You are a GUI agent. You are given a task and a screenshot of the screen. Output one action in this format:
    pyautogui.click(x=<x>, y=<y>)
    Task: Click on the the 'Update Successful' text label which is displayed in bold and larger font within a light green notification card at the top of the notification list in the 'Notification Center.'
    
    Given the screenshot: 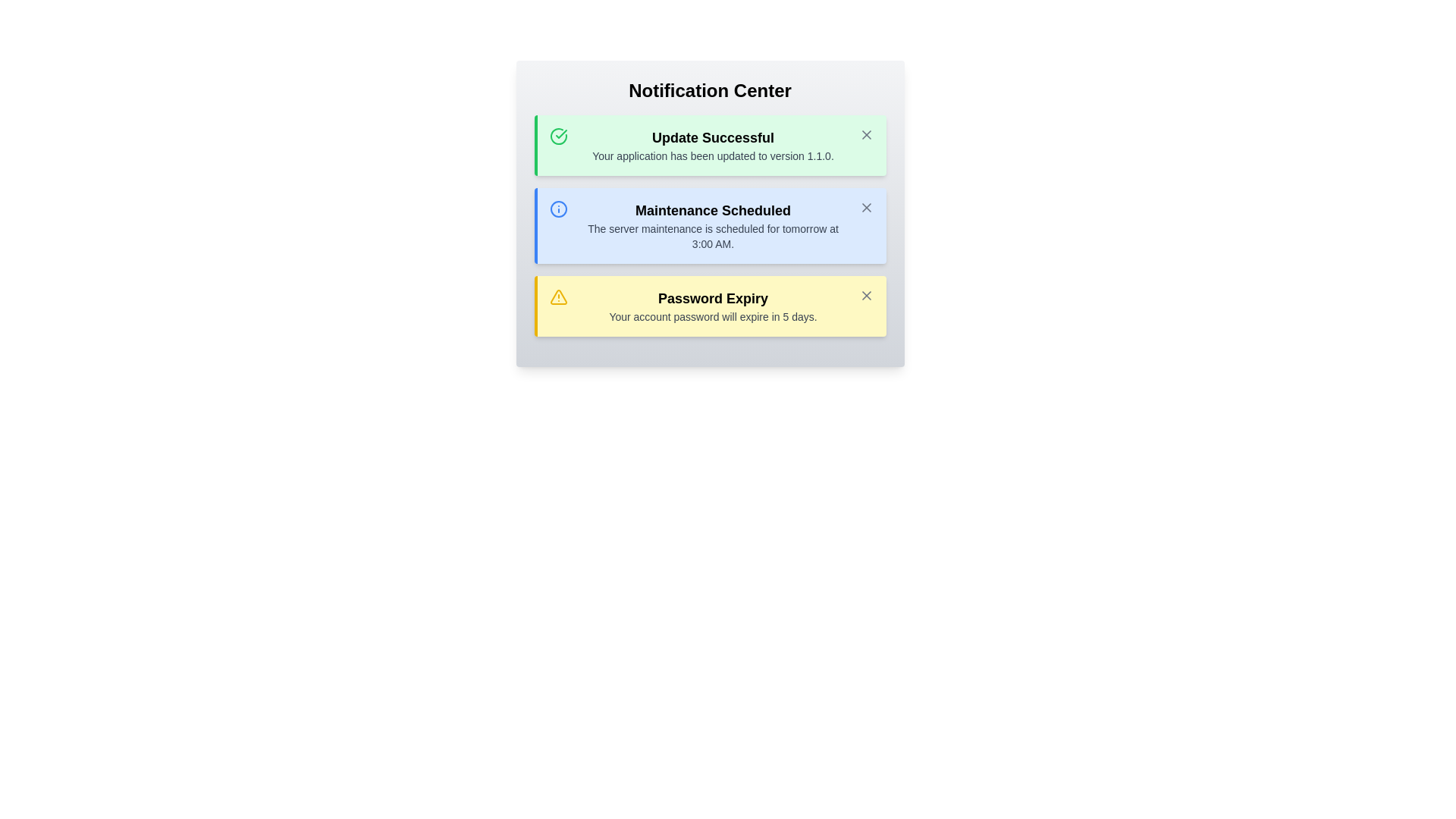 What is the action you would take?
    pyautogui.click(x=712, y=137)
    